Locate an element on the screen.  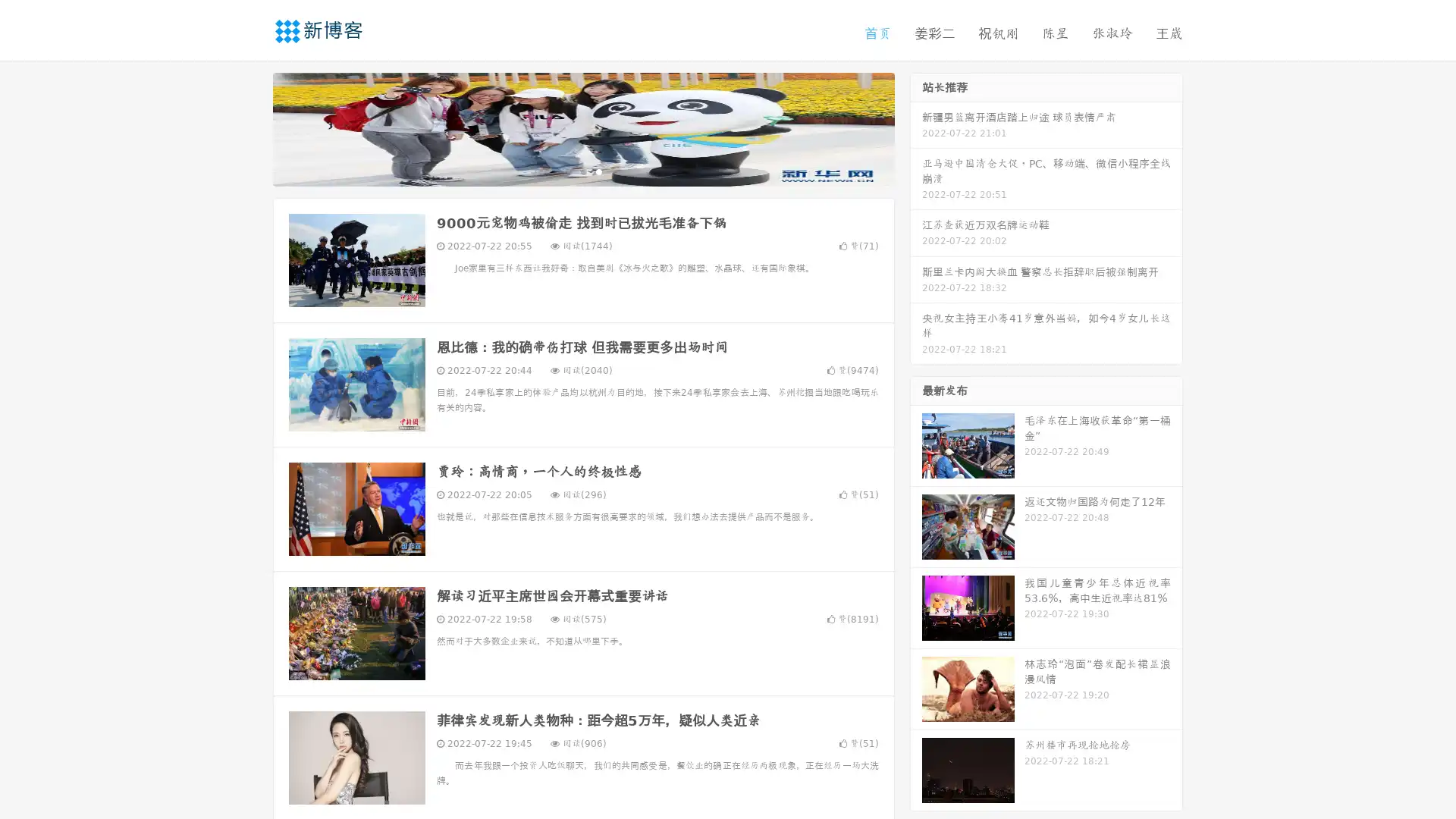
Previous slide is located at coordinates (250, 127).